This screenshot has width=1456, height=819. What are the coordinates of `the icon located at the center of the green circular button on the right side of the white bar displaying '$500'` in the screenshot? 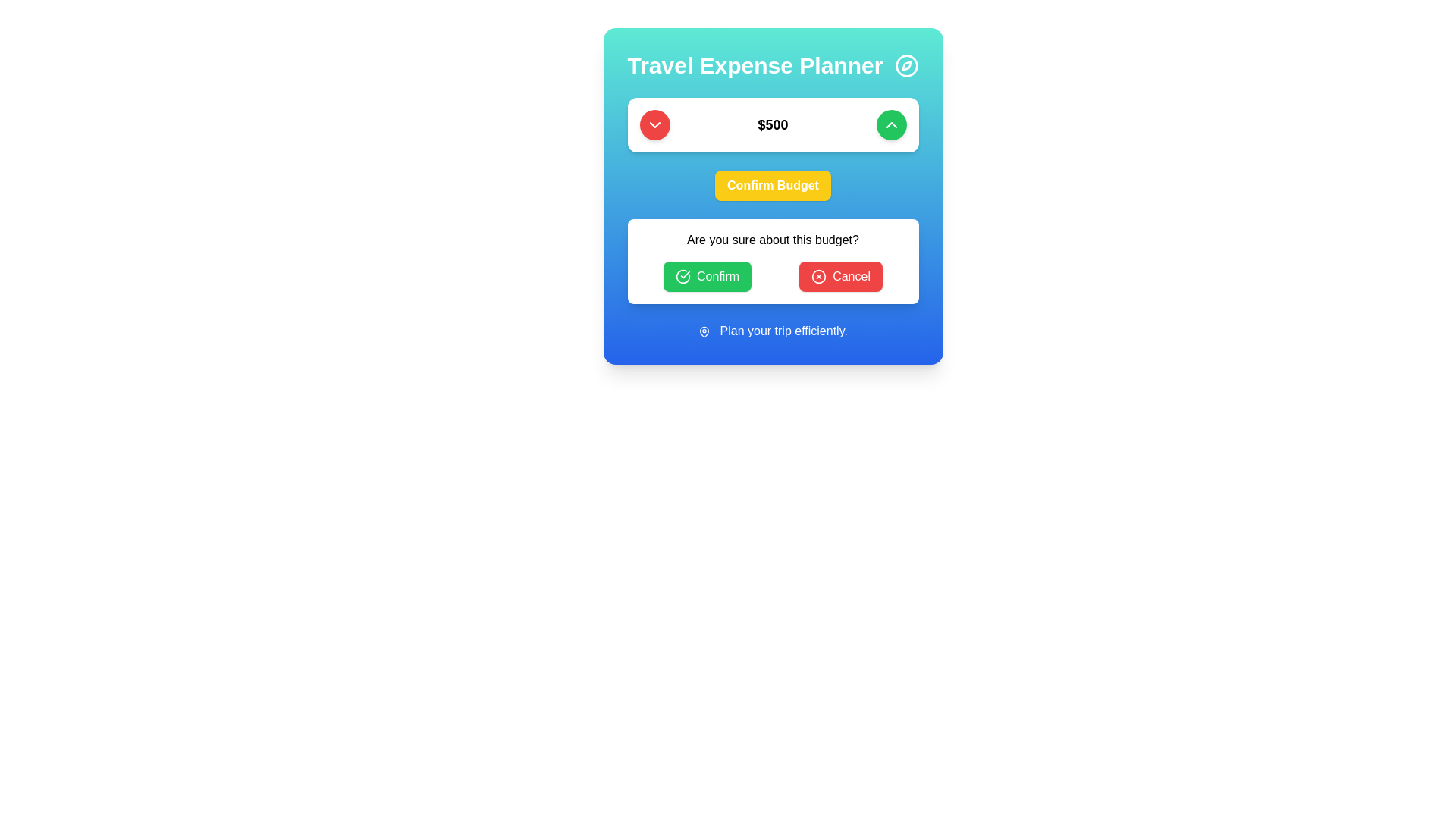 It's located at (891, 124).